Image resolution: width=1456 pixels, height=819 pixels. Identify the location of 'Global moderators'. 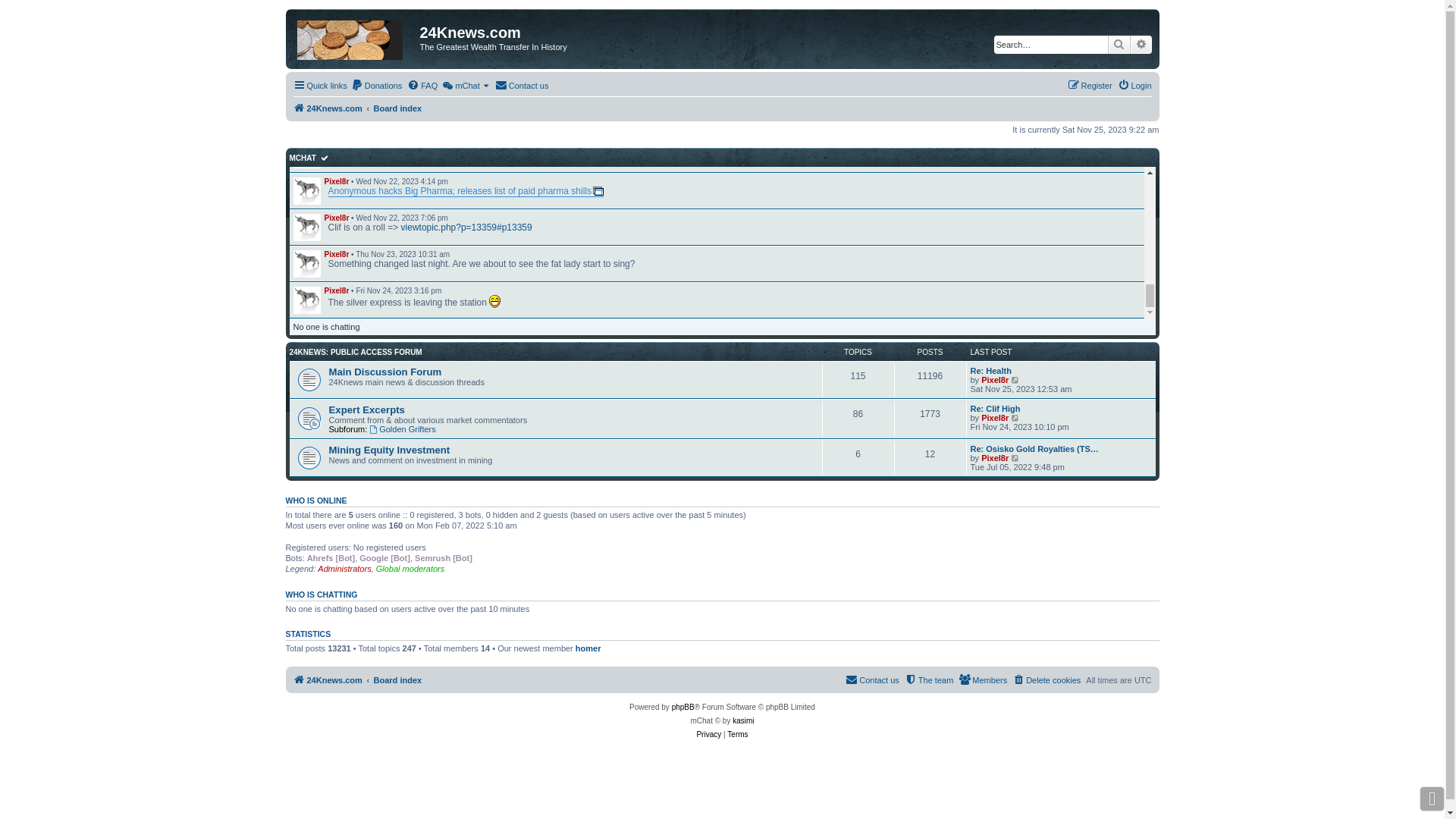
(410, 568).